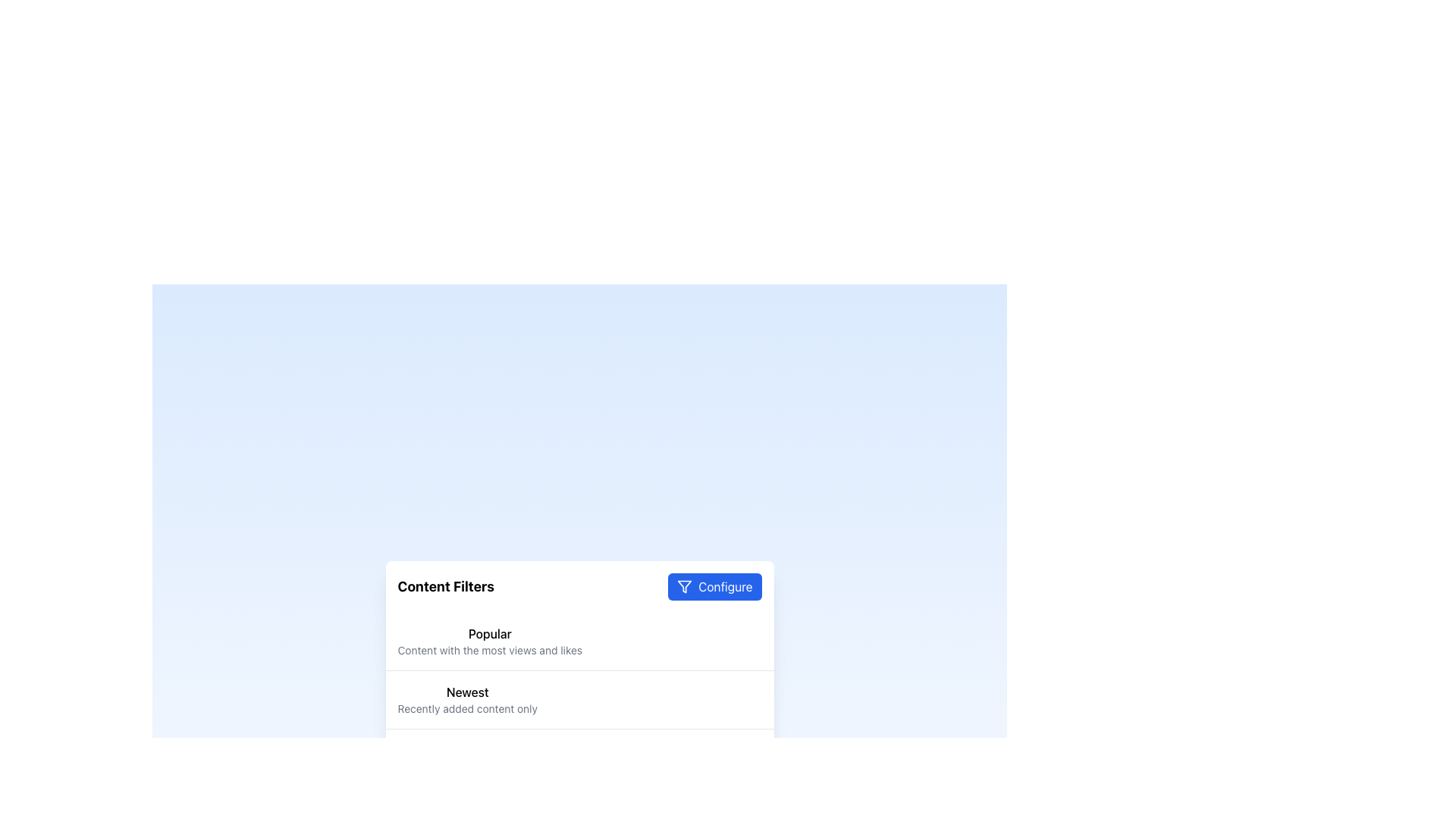 Image resolution: width=1456 pixels, height=819 pixels. Describe the element at coordinates (579, 641) in the screenshot. I see `to select the 'Popular' category from the top entry in the 'Content Filters' list, which displays the first line as 'Popular' in bold black font and the second line as 'Content with the most views and likes' in gray font` at that location.